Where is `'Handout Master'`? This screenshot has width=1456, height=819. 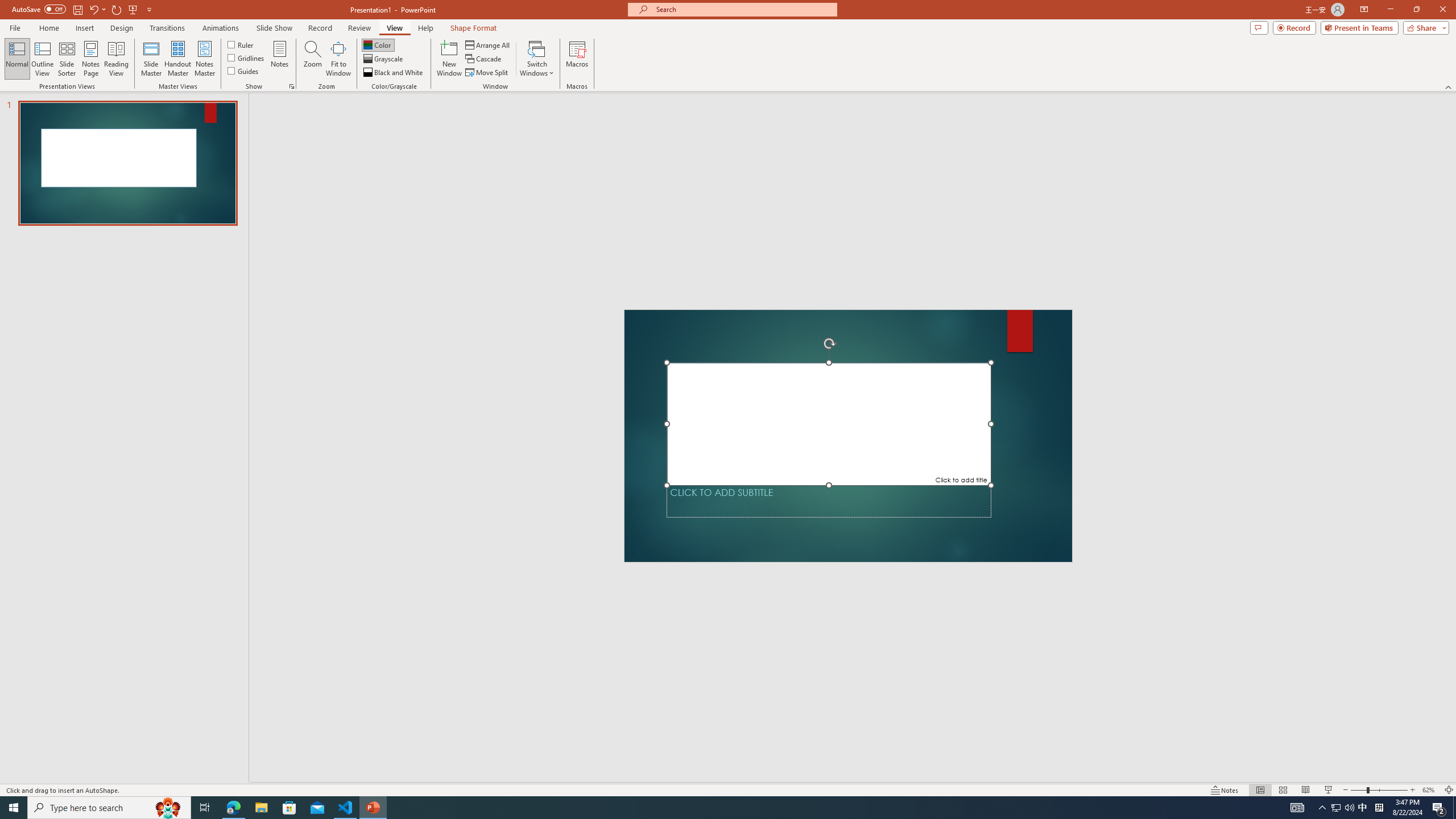
'Handout Master' is located at coordinates (177, 59).